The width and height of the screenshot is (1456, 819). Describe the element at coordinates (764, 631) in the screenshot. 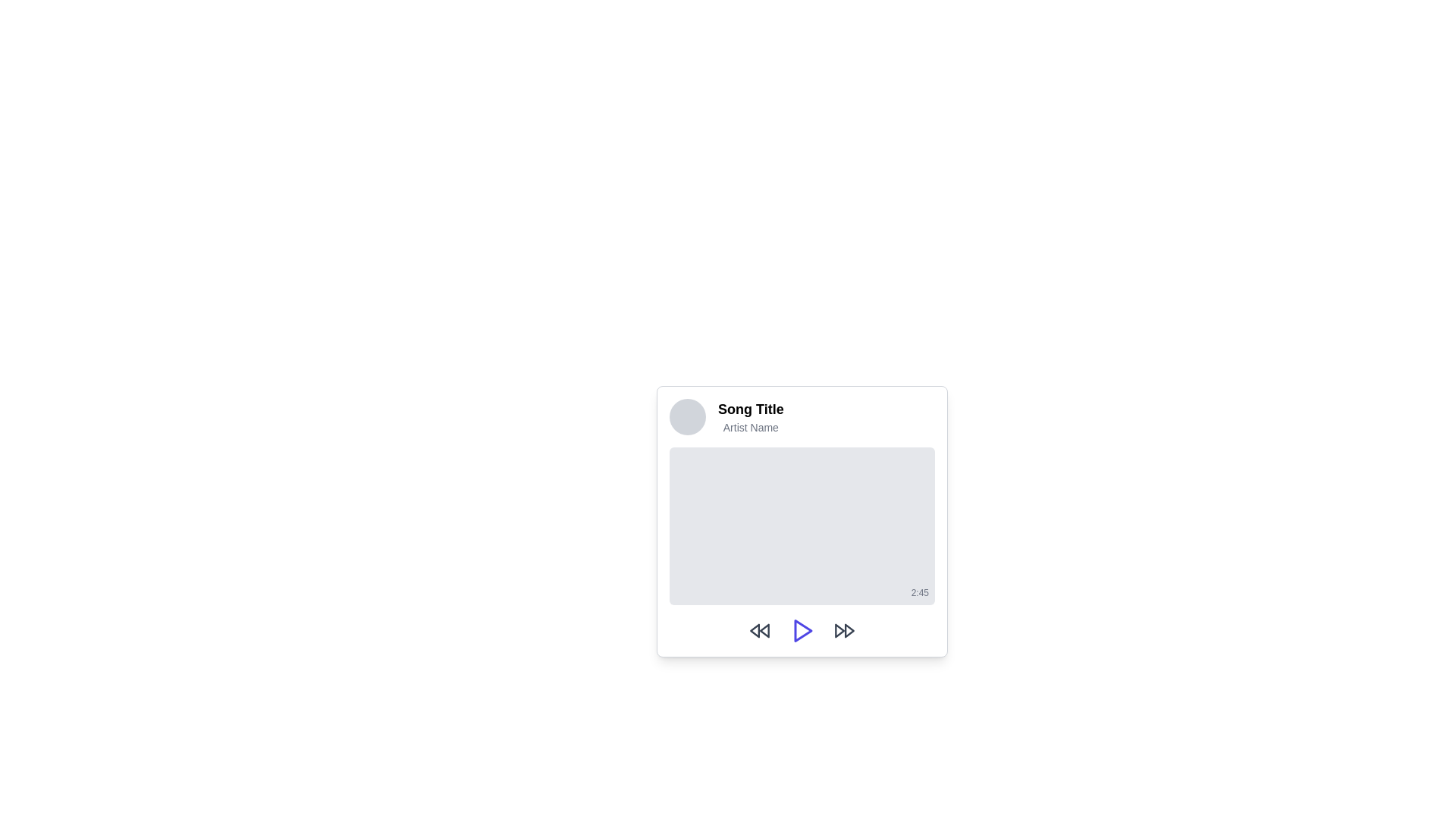

I see `the triangular play button pointing to the left, which signifies a rewind action and is located in the bottom center of the card interface containing song information` at that location.